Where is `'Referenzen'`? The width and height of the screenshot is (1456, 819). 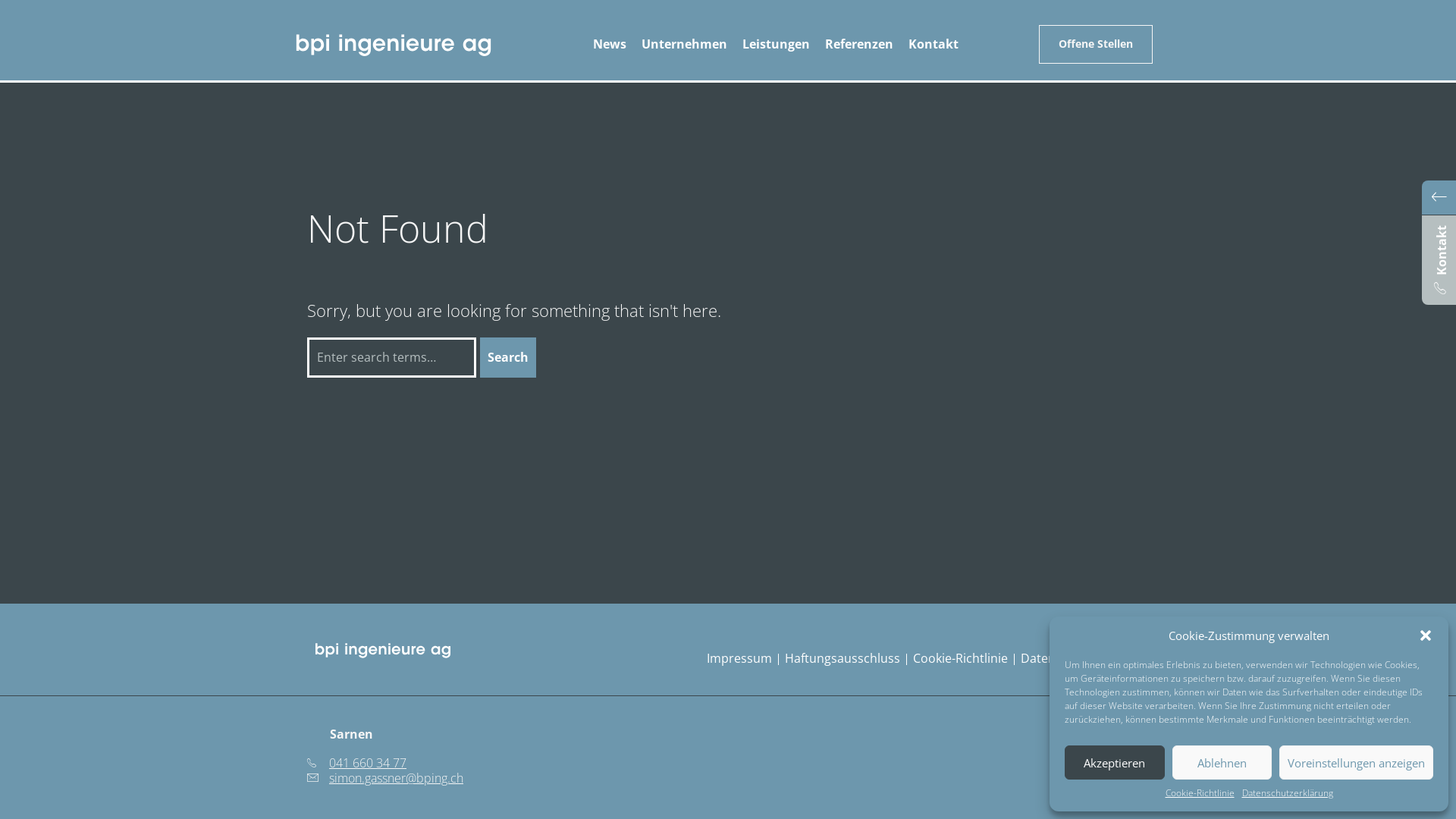 'Referenzen' is located at coordinates (858, 43).